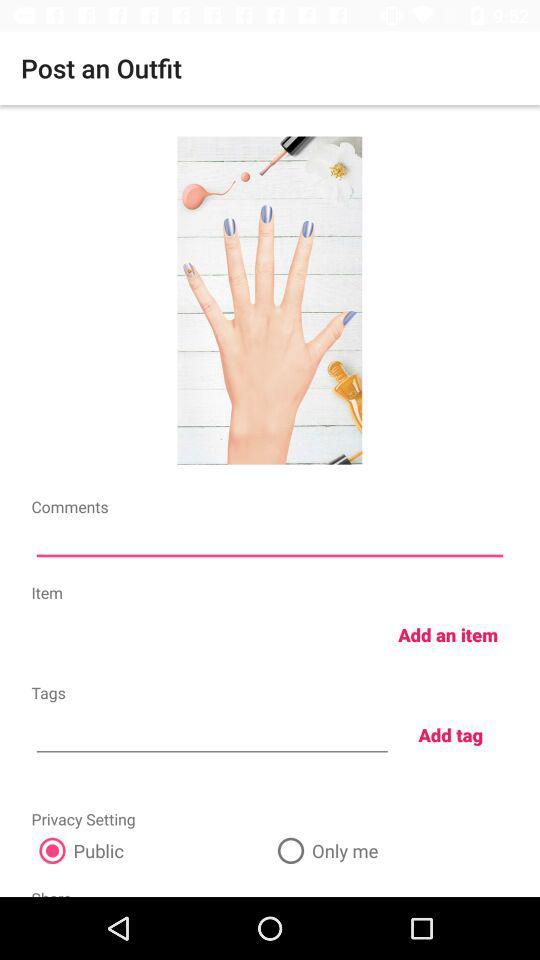  Describe the element at coordinates (450, 733) in the screenshot. I see `add tag icon` at that location.